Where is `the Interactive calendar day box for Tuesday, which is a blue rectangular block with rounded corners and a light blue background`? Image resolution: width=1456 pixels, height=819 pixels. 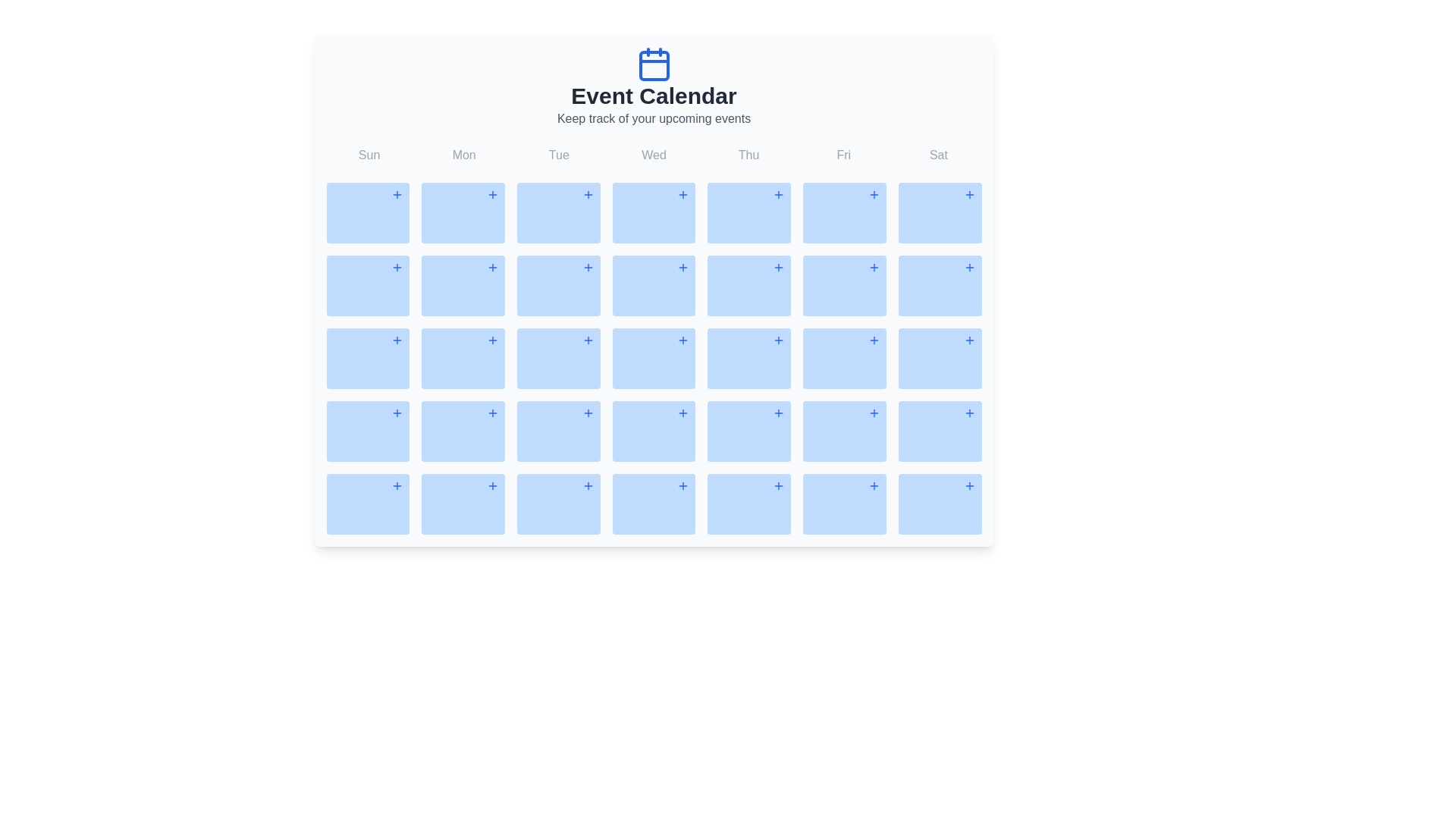
the Interactive calendar day box for Tuesday, which is a blue rectangular block with rounded corners and a light blue background is located at coordinates (557, 286).